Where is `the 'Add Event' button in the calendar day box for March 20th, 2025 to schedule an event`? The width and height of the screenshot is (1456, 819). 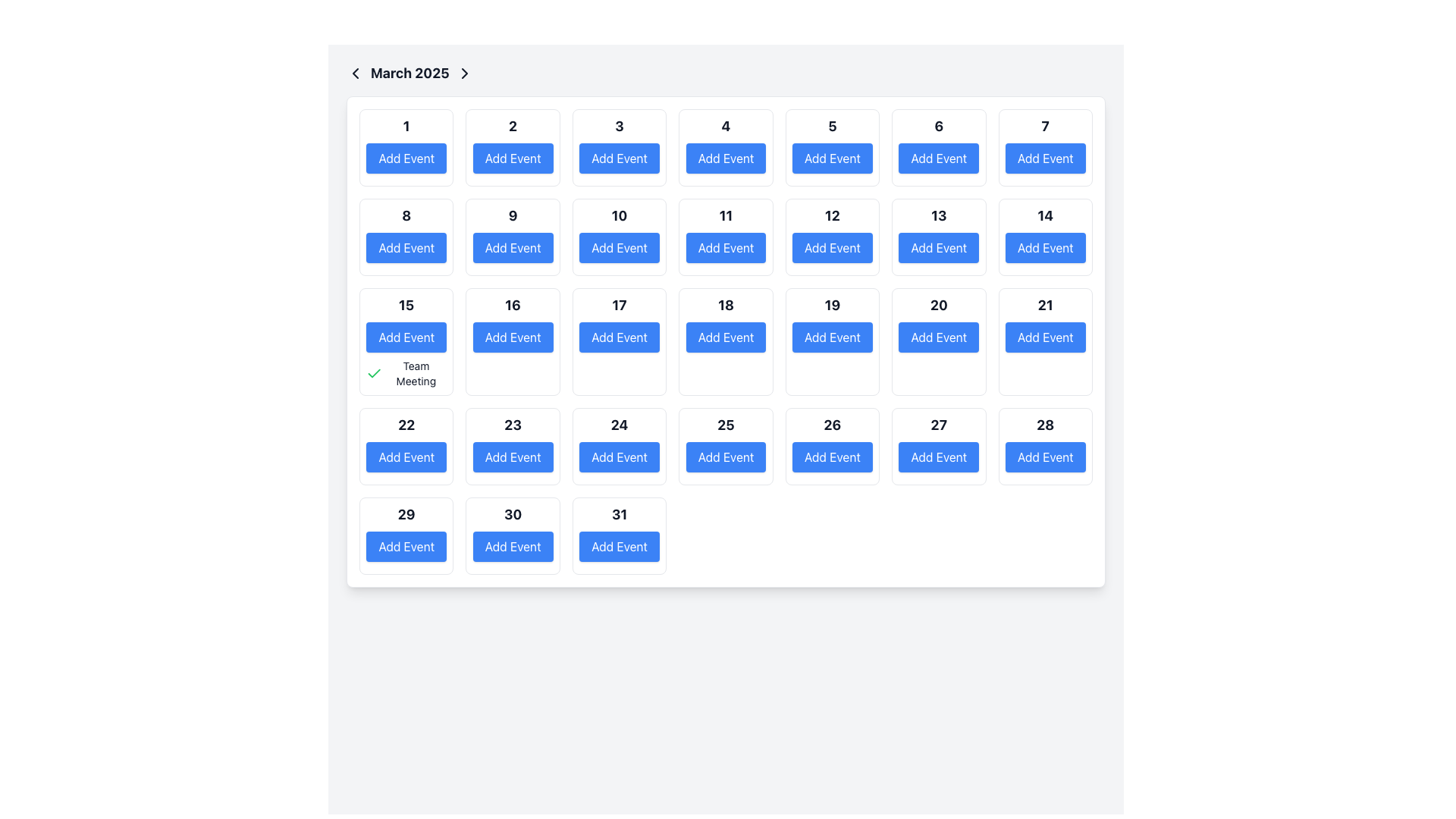
the 'Add Event' button in the calendar day box for March 20th, 2025 to schedule an event is located at coordinates (938, 342).